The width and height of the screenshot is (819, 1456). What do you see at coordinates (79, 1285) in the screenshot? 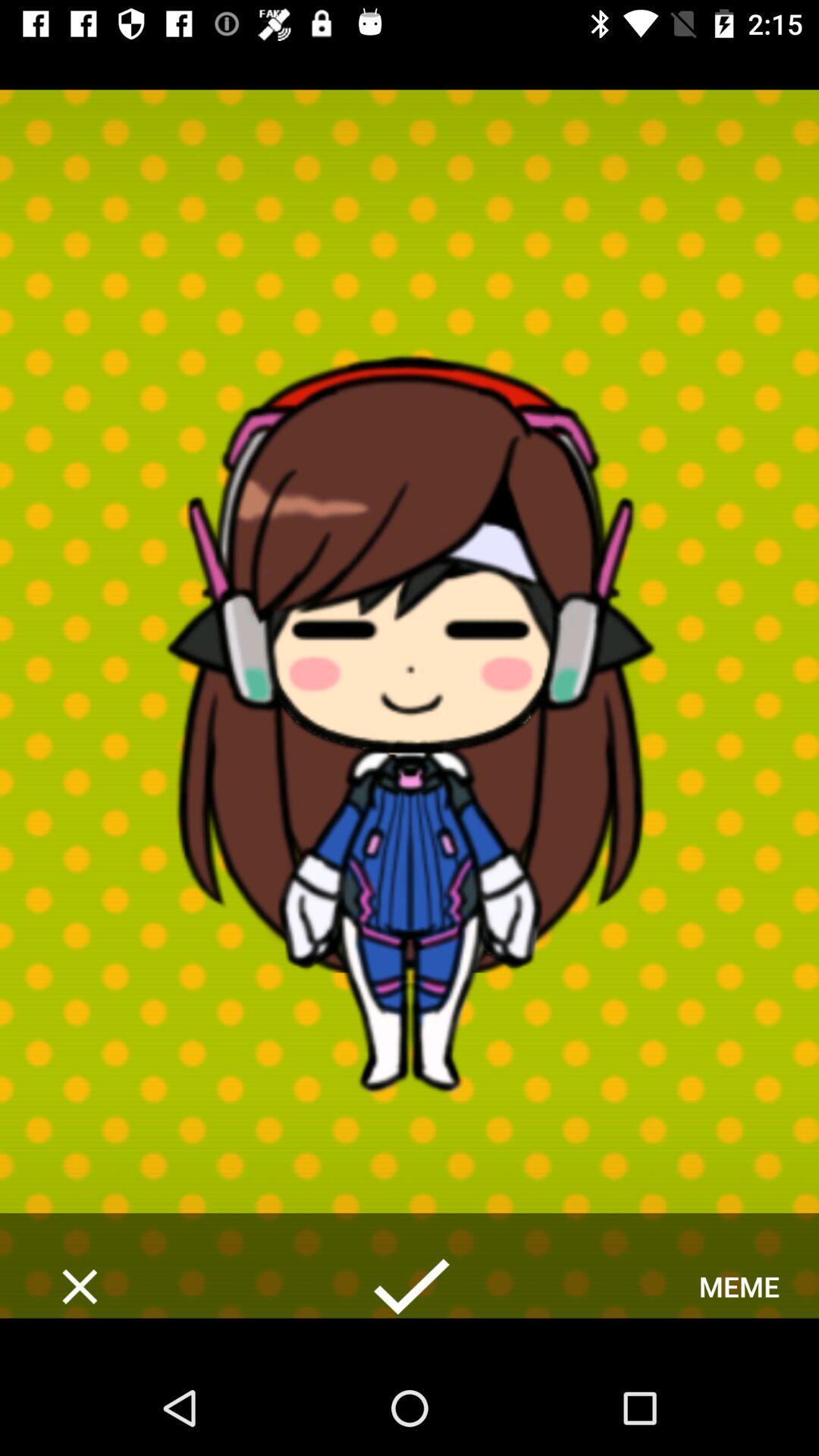
I see `the close icon` at bounding box center [79, 1285].